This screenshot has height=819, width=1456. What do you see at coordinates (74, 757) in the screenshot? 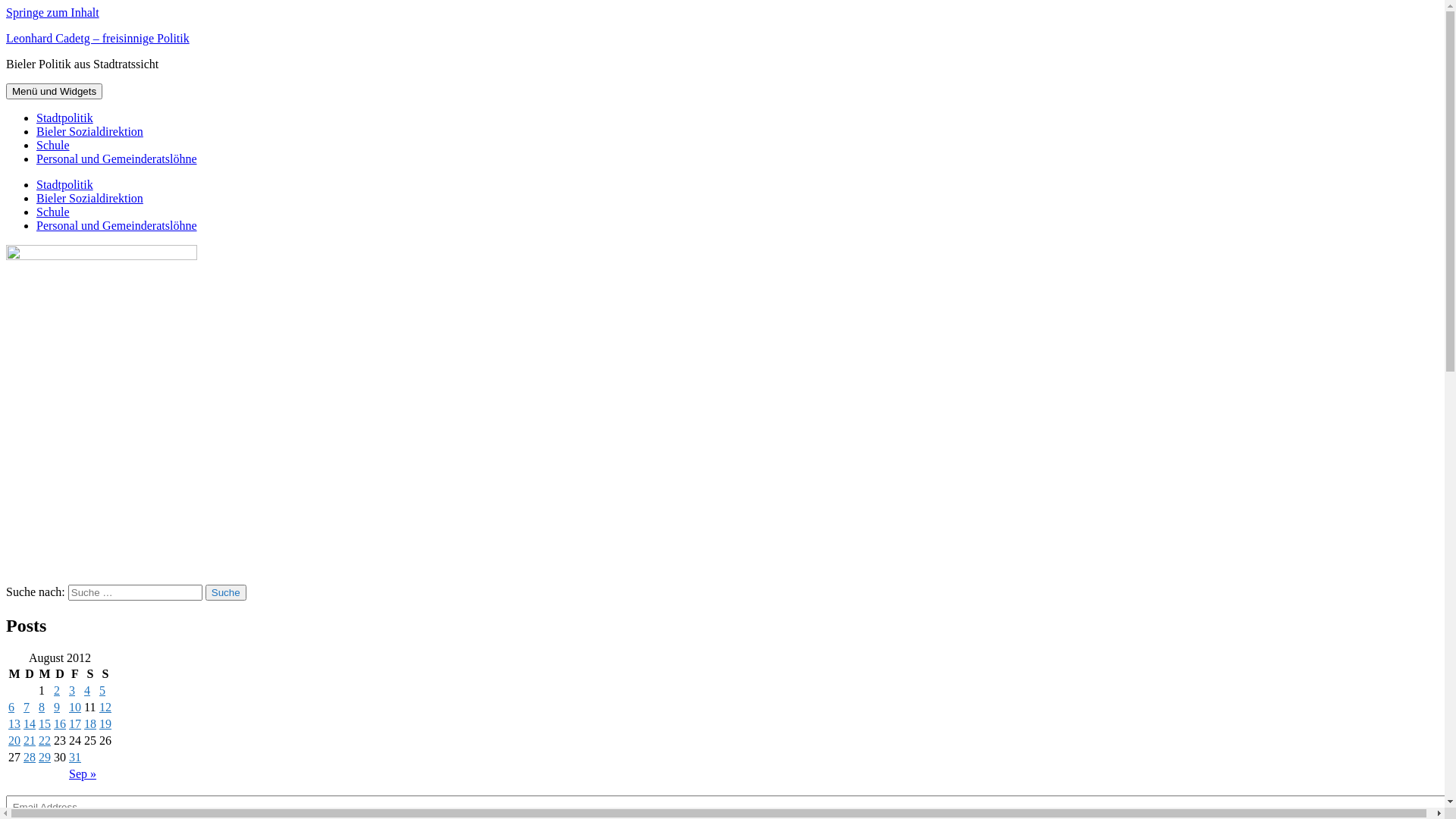
I see `'31'` at bounding box center [74, 757].